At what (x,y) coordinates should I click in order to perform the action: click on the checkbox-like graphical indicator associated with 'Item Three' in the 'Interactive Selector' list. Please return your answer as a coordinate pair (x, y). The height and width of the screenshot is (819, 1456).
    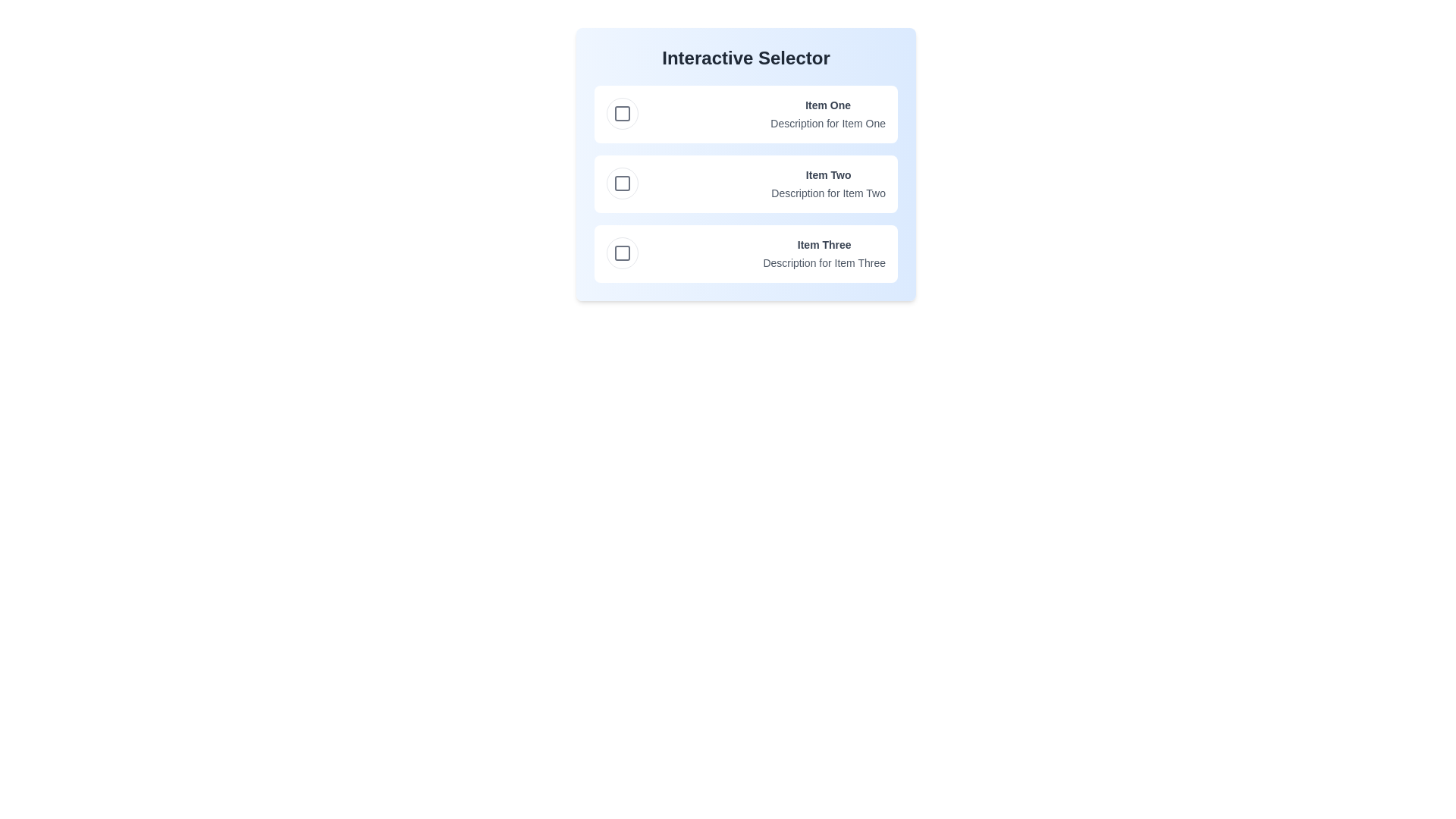
    Looking at the image, I should click on (622, 253).